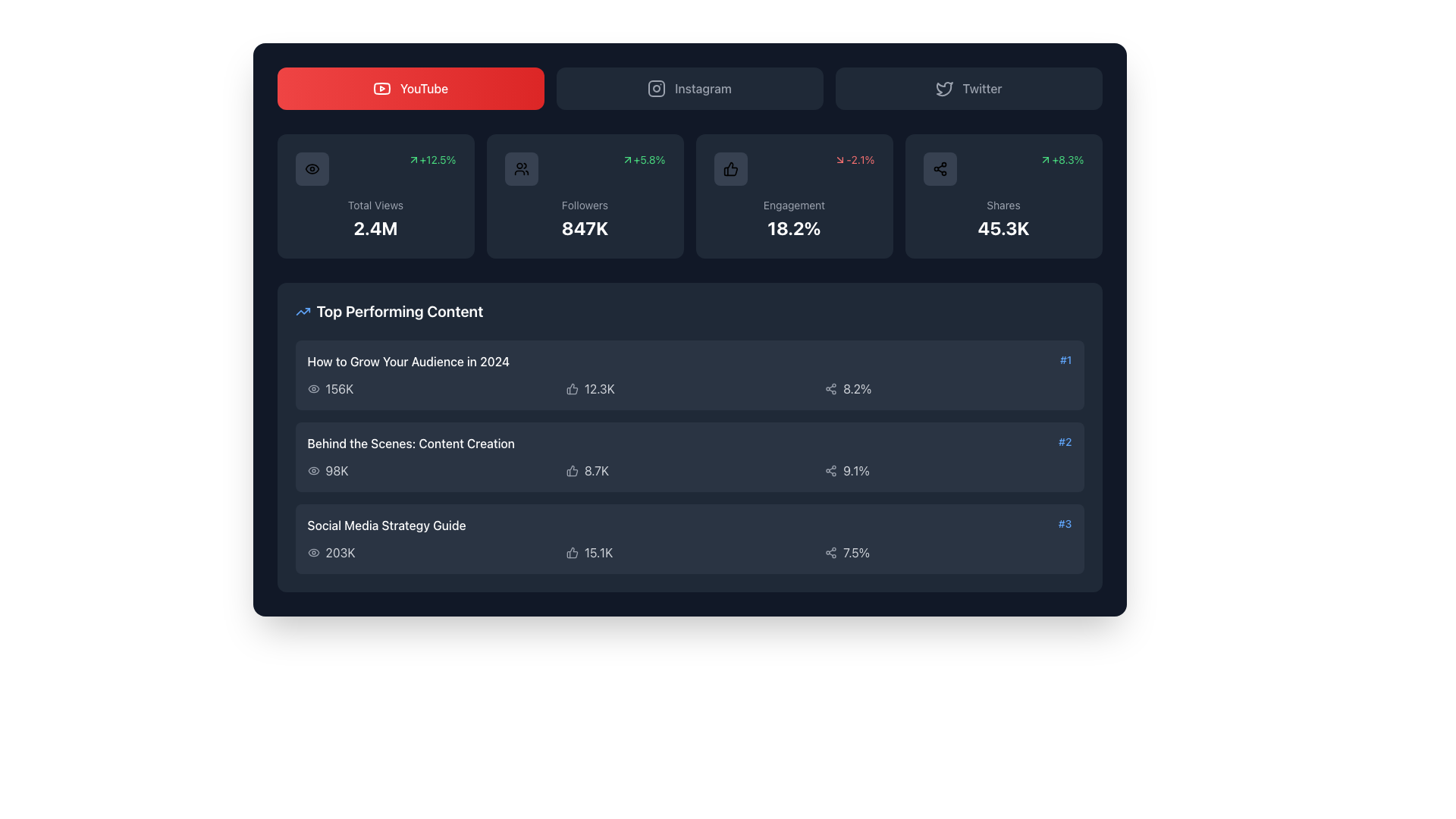 The height and width of the screenshot is (819, 1456). I want to click on text label indicating the Twitter section, located in the top right section of the application, next to the Instagram button and aligned with a Twitter logo icon, so click(982, 88).